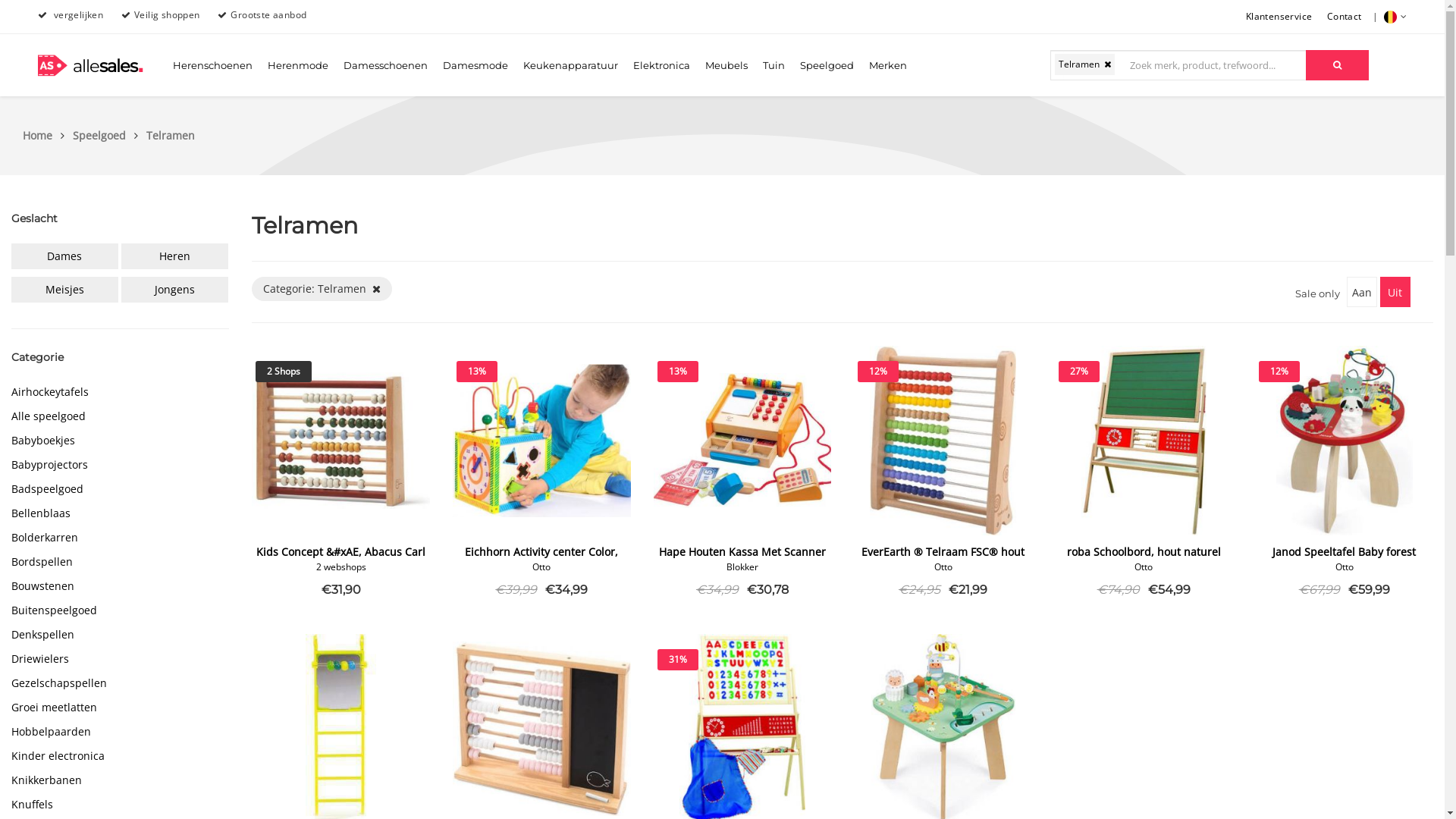 The width and height of the screenshot is (1456, 819). What do you see at coordinates (119, 755) in the screenshot?
I see `'Kinder electronica'` at bounding box center [119, 755].